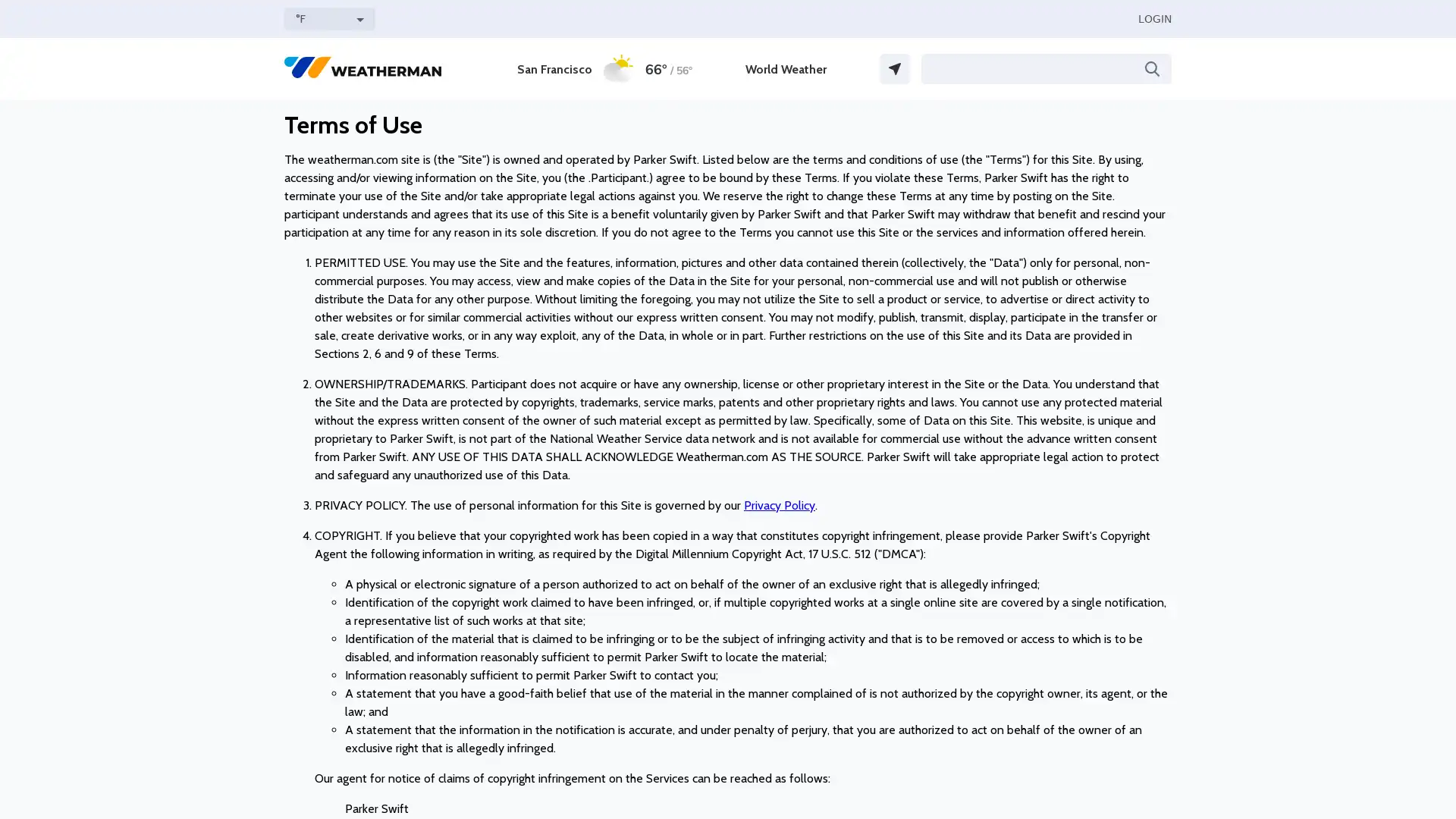  Describe the element at coordinates (1153, 18) in the screenshot. I see `LOGIN` at that location.